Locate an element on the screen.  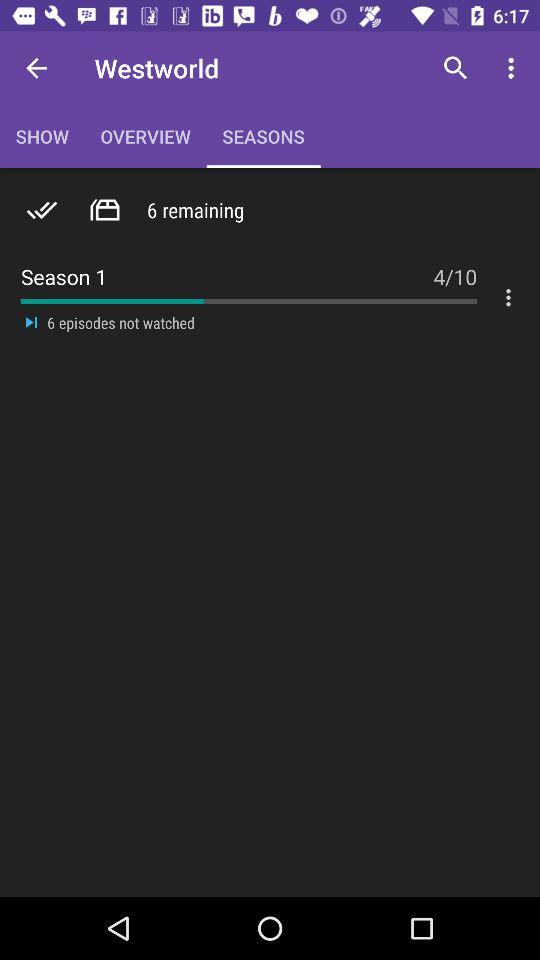
item above show is located at coordinates (36, 68).